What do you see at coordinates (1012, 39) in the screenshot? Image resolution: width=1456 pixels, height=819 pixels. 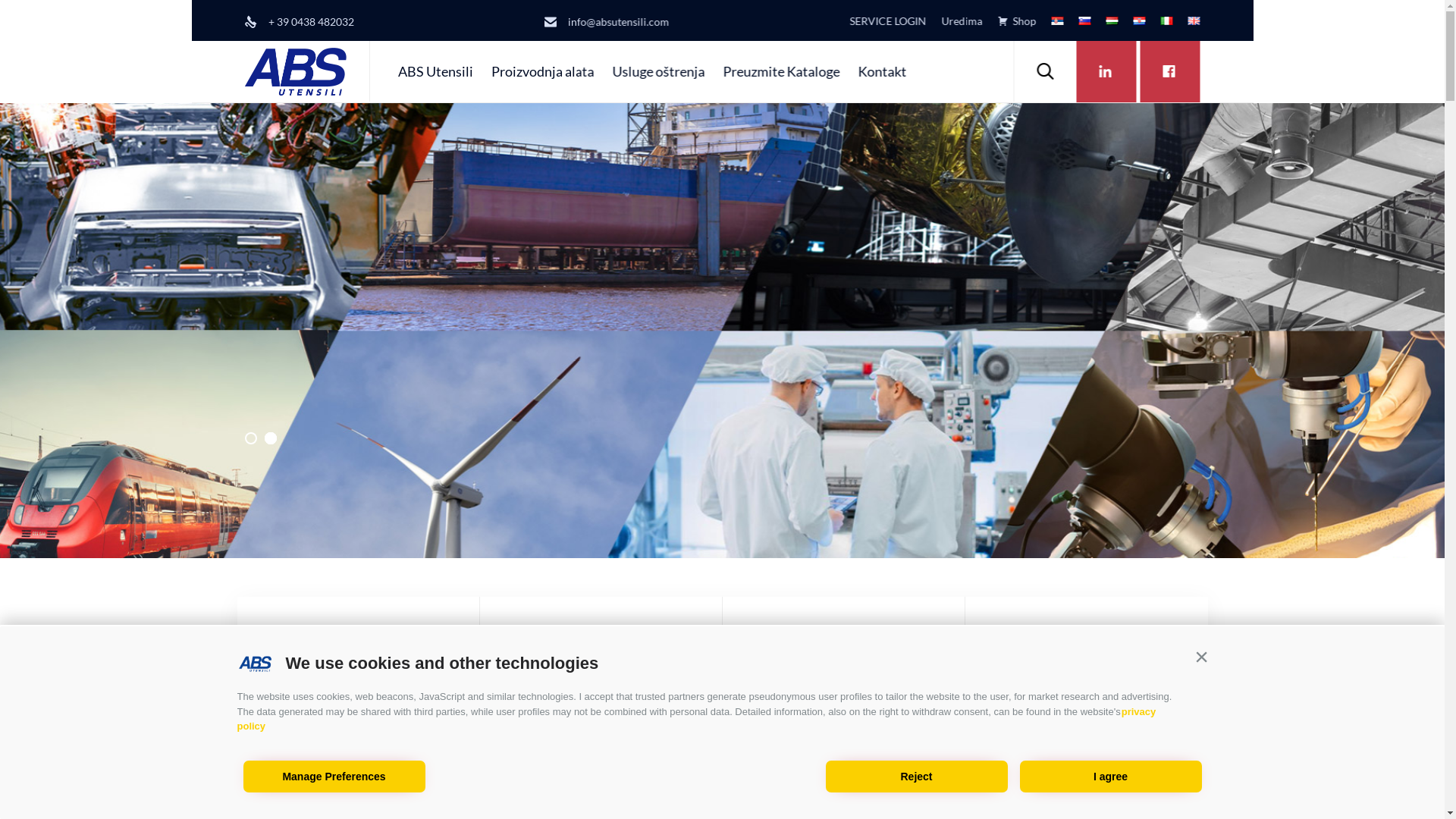 I see `'Skip to content'` at bounding box center [1012, 39].